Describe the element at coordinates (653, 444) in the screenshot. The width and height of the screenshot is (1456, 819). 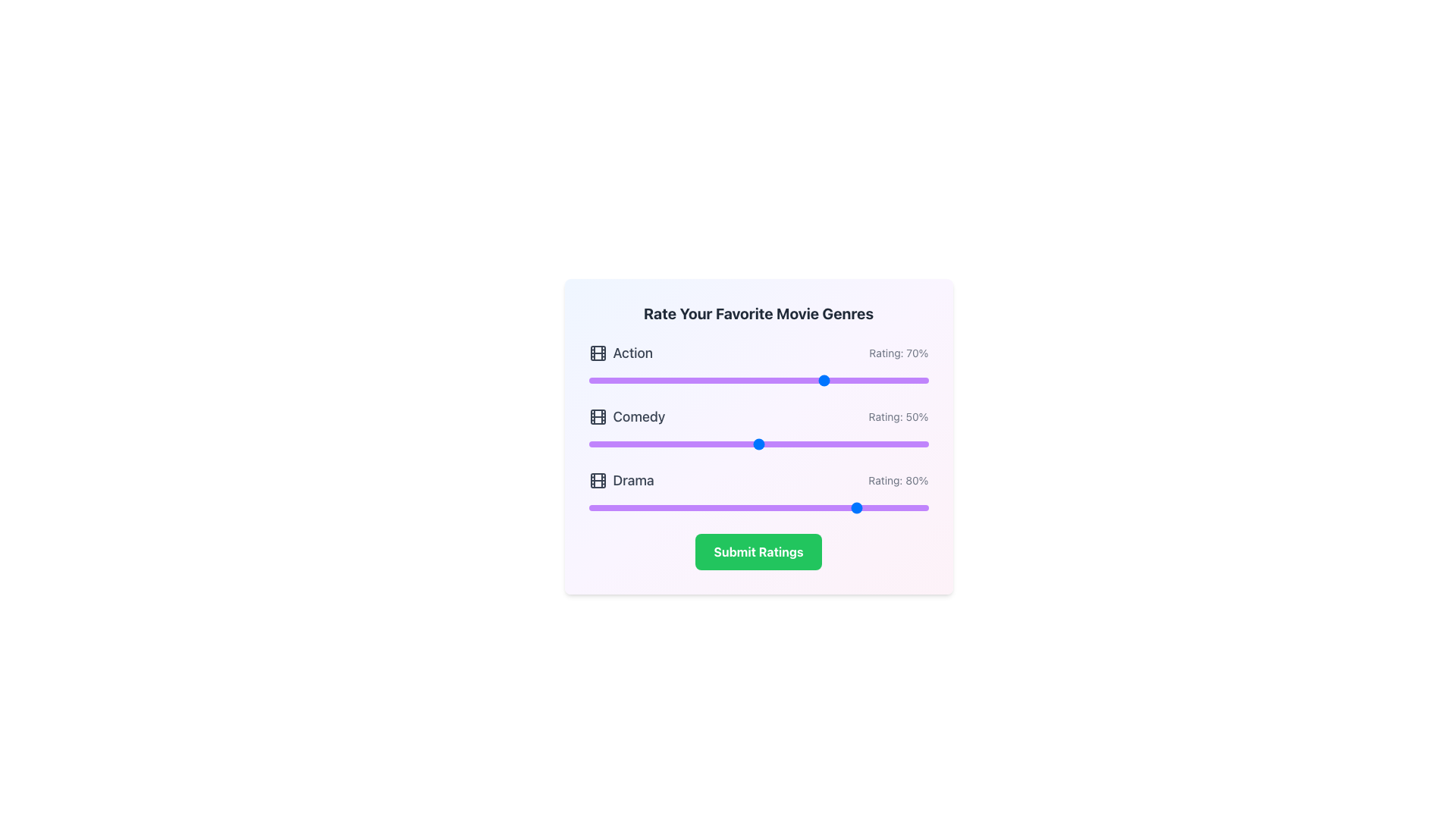
I see `the slider` at that location.